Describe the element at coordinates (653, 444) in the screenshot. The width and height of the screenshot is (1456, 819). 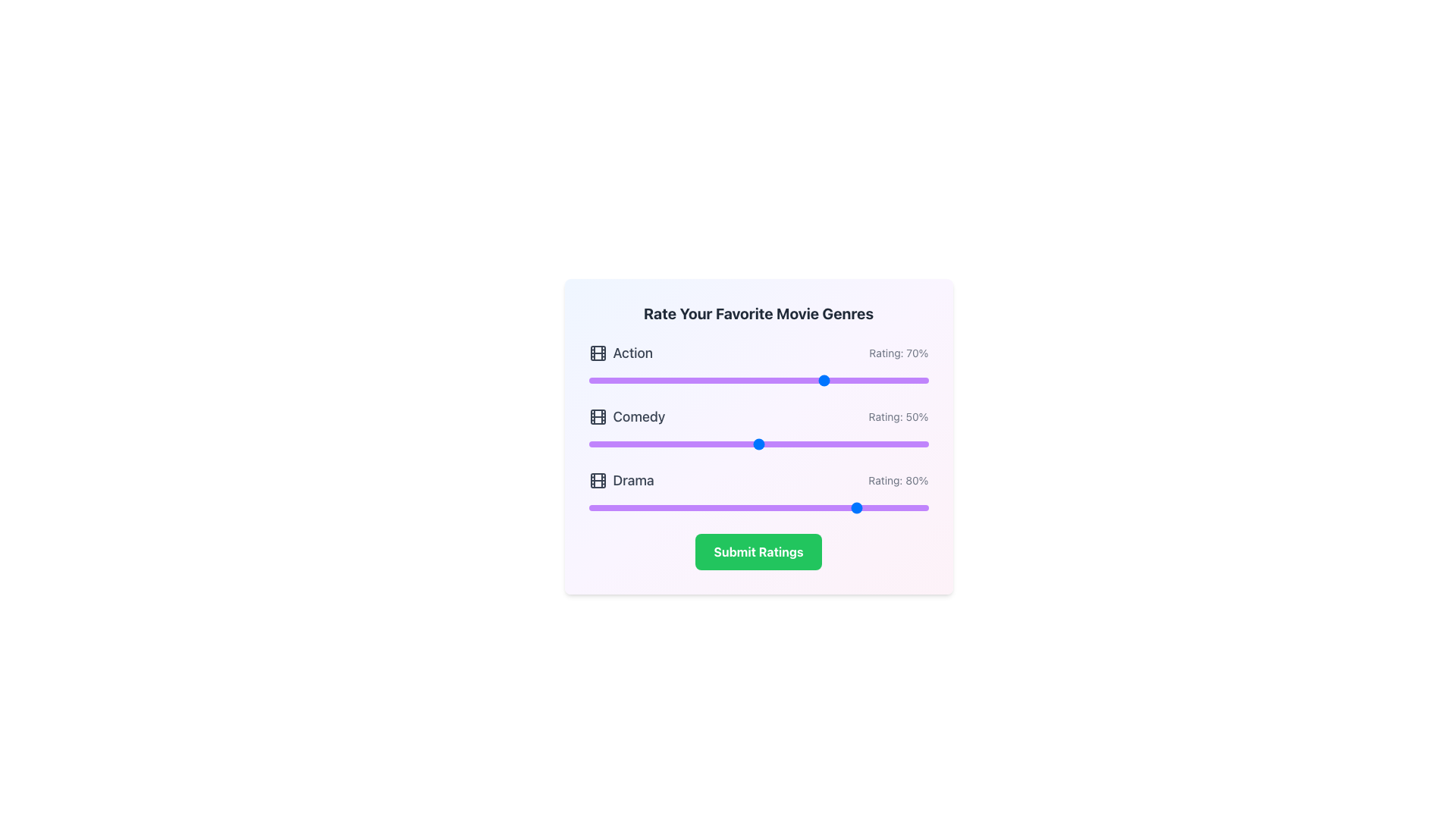
I see `the slider` at that location.